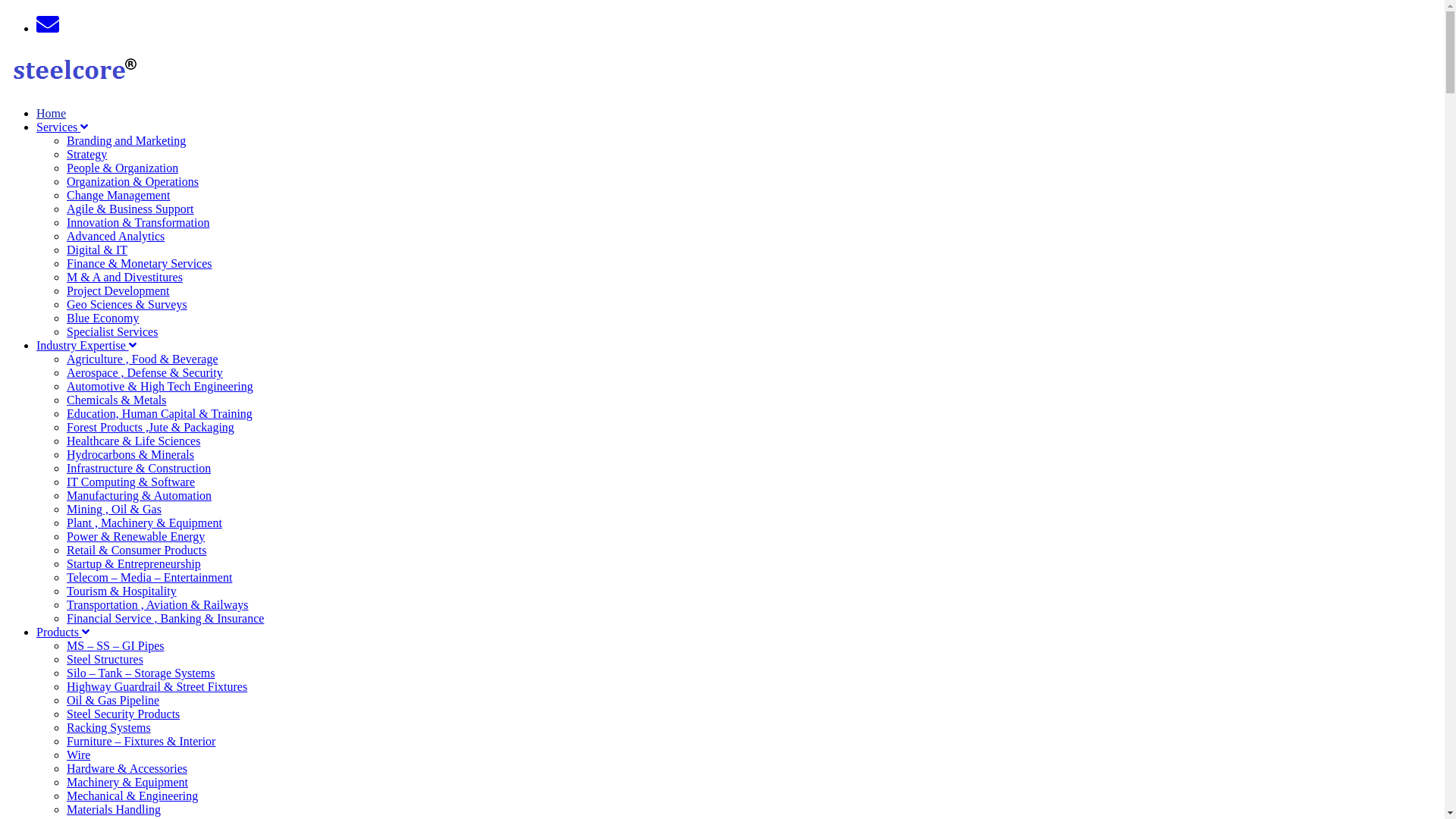 This screenshot has width=1456, height=819. I want to click on 'Automotive & High Tech Engineering', so click(160, 385).